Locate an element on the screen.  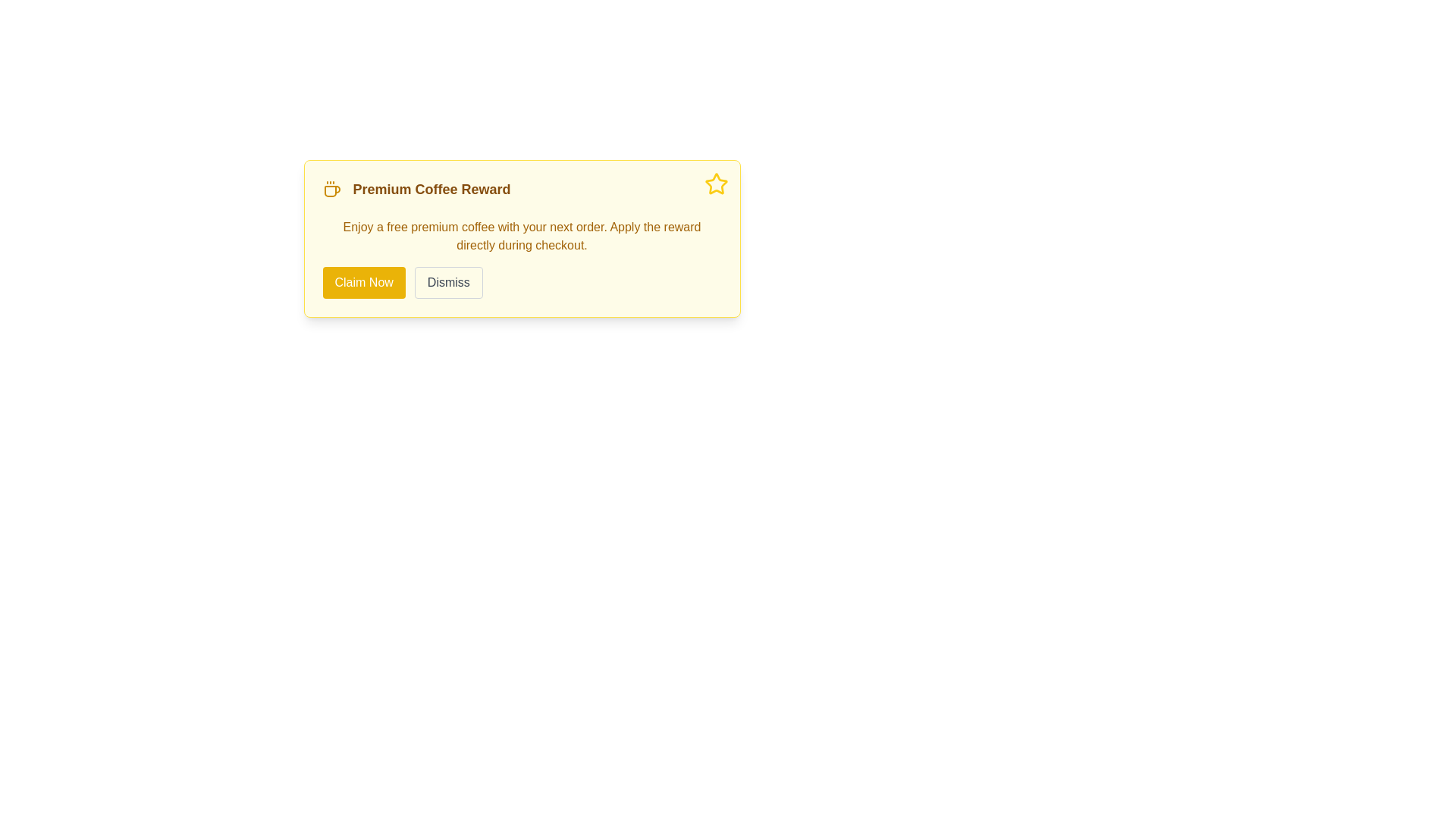
the 'Dismiss' button located directly to the right of the 'Claim Now' button is located at coordinates (447, 283).